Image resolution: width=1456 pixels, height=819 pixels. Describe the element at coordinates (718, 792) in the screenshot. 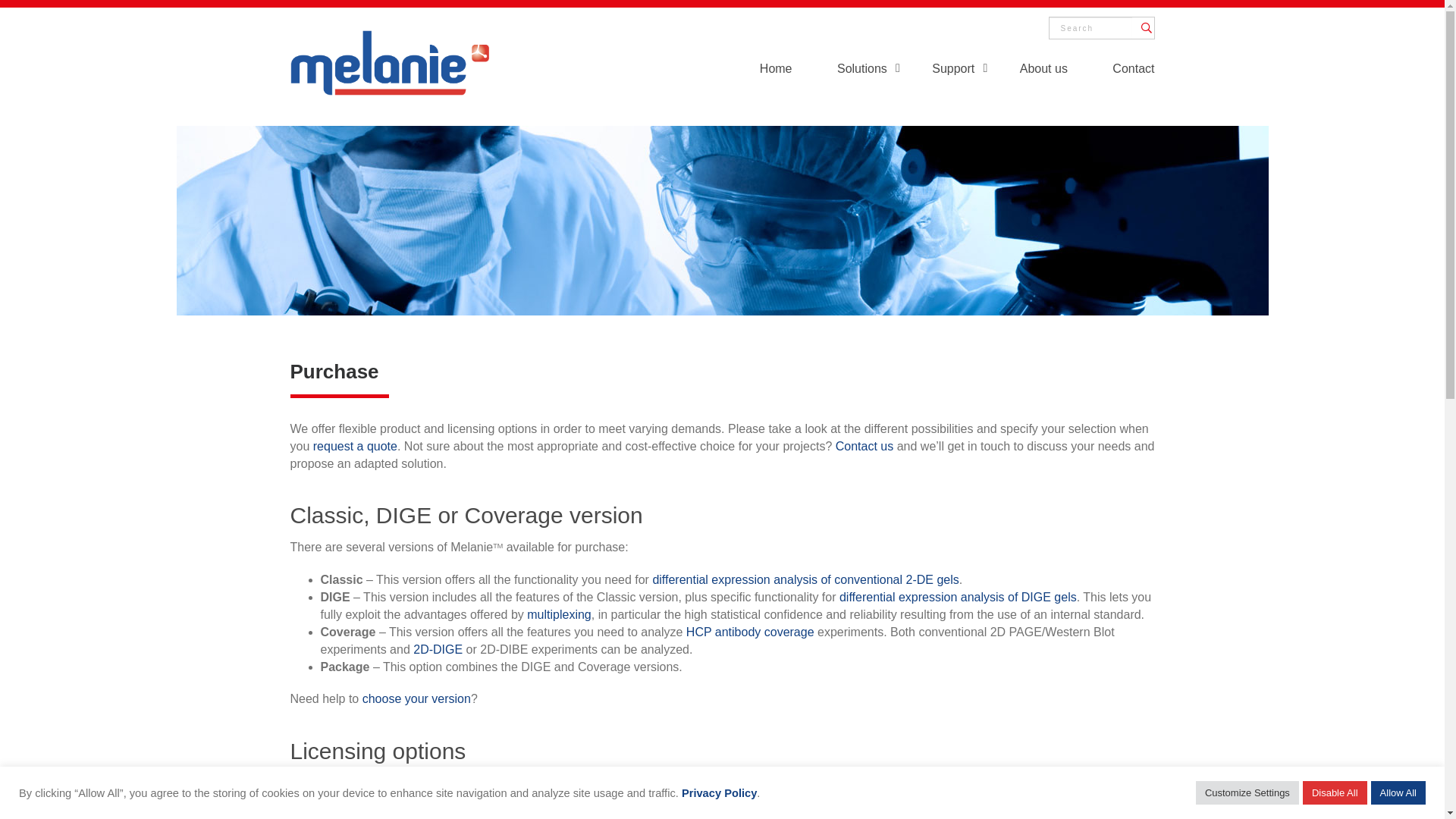

I see `'Privacy Policy'` at that location.